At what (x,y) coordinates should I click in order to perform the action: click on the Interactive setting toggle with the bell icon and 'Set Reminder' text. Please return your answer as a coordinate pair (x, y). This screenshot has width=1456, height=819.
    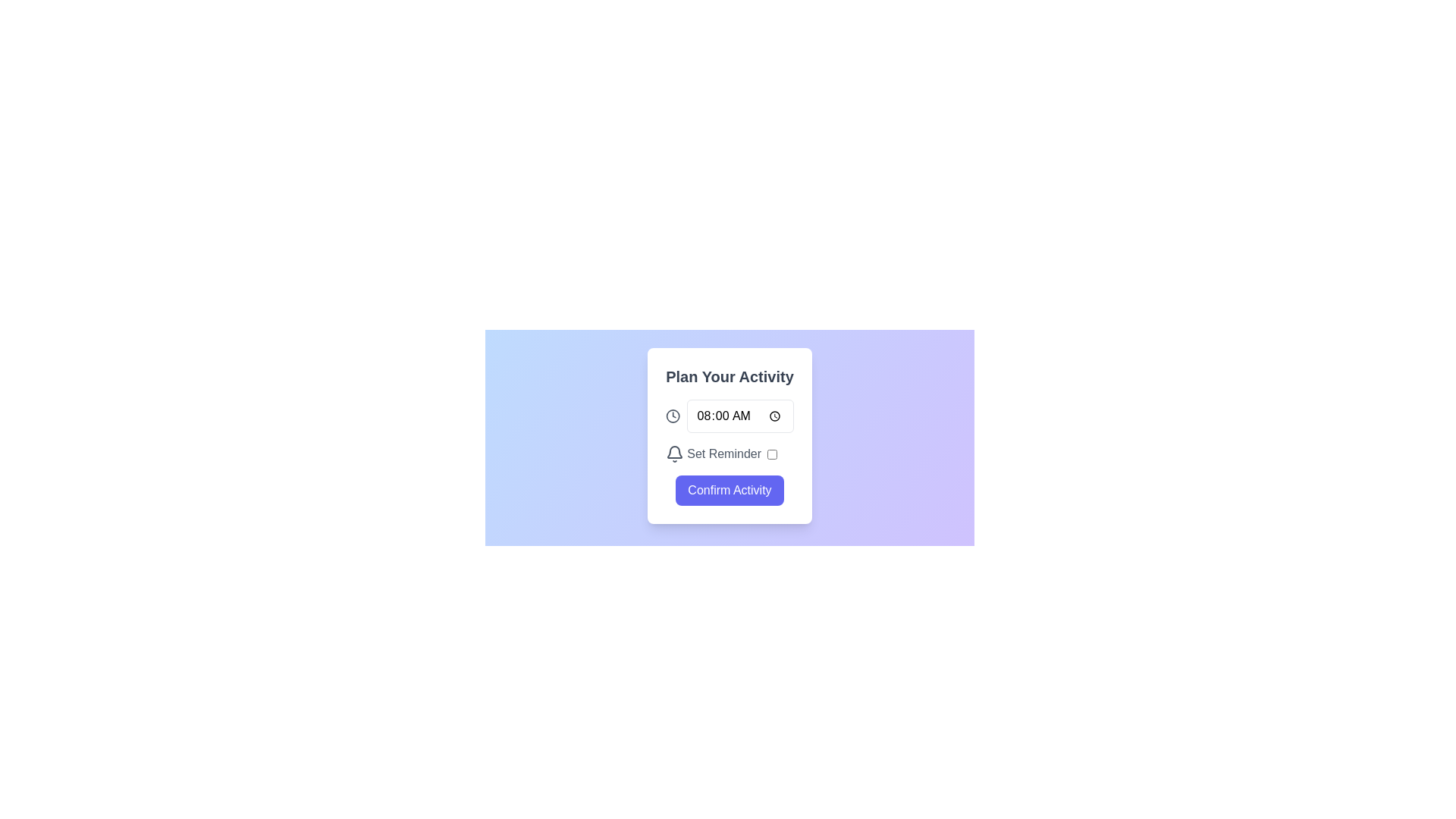
    Looking at the image, I should click on (730, 453).